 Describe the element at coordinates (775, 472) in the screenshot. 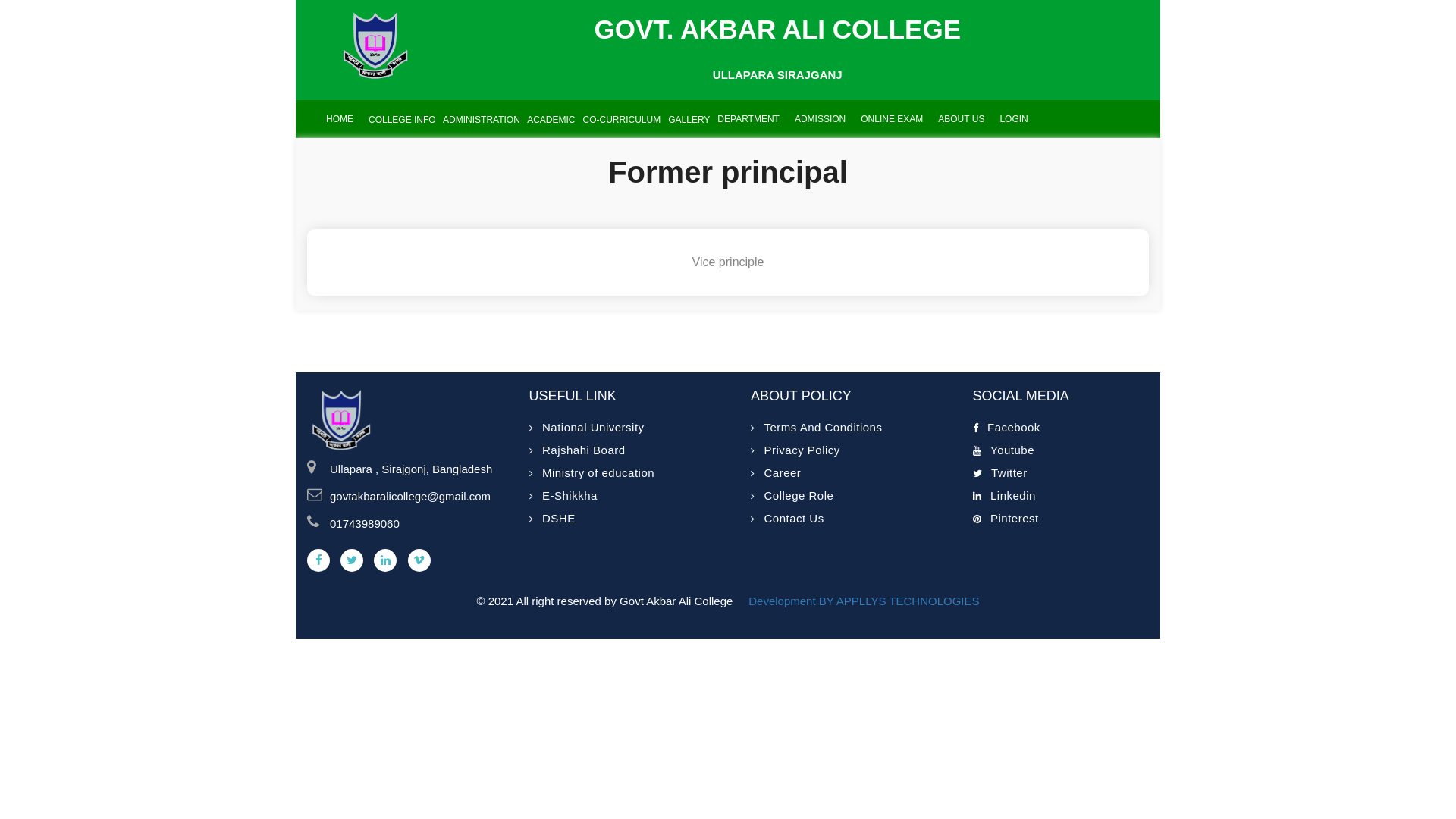

I see `'Career'` at that location.